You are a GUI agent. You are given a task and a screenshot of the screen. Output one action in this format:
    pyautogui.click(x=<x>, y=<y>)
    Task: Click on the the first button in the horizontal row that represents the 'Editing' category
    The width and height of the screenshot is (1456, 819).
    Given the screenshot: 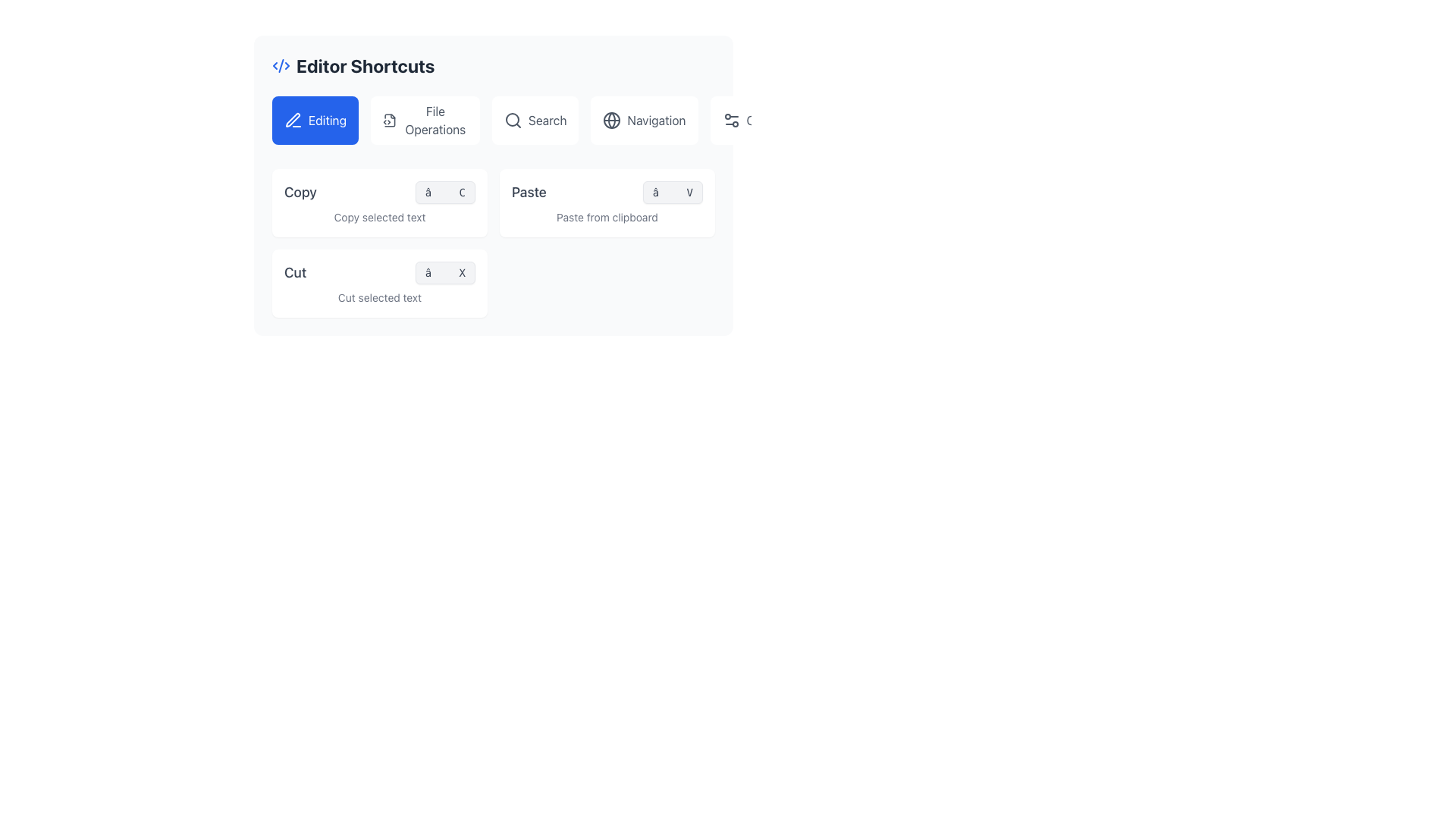 What is the action you would take?
    pyautogui.click(x=315, y=119)
    